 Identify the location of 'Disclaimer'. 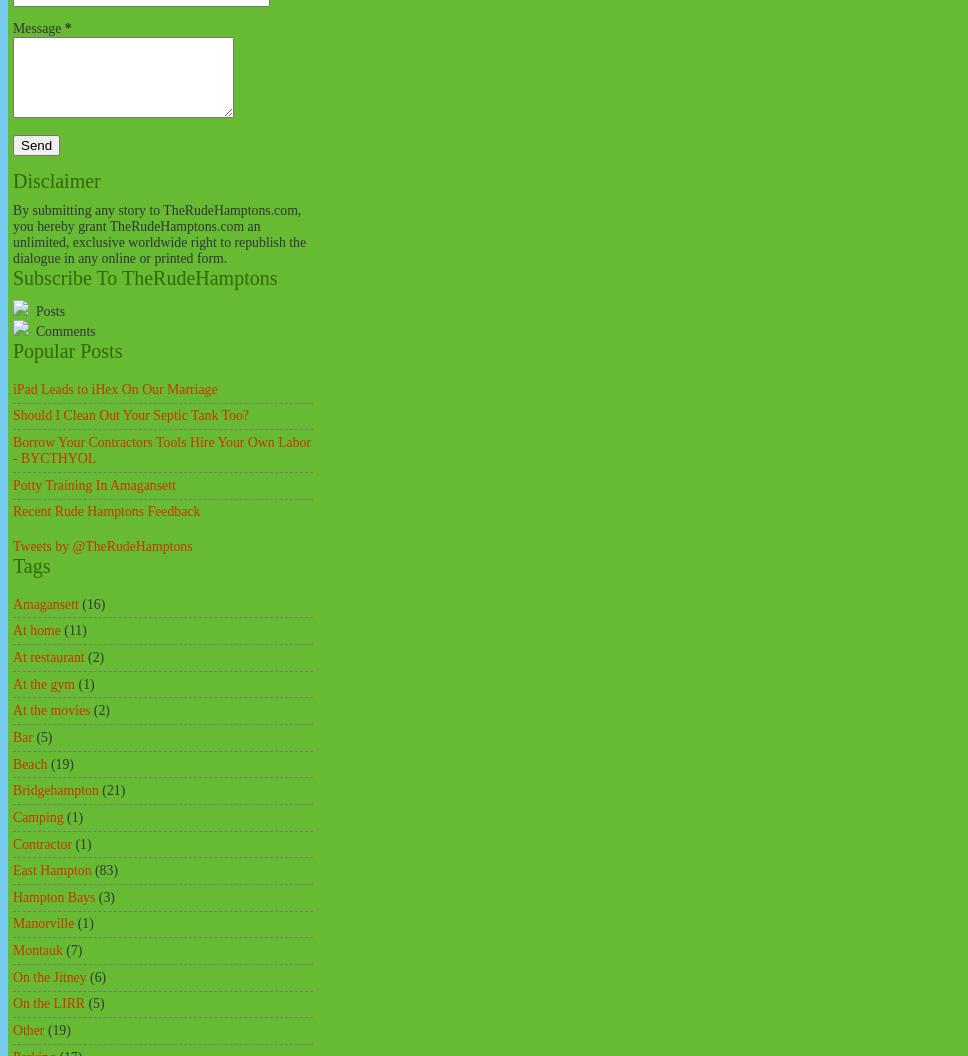
(55, 180).